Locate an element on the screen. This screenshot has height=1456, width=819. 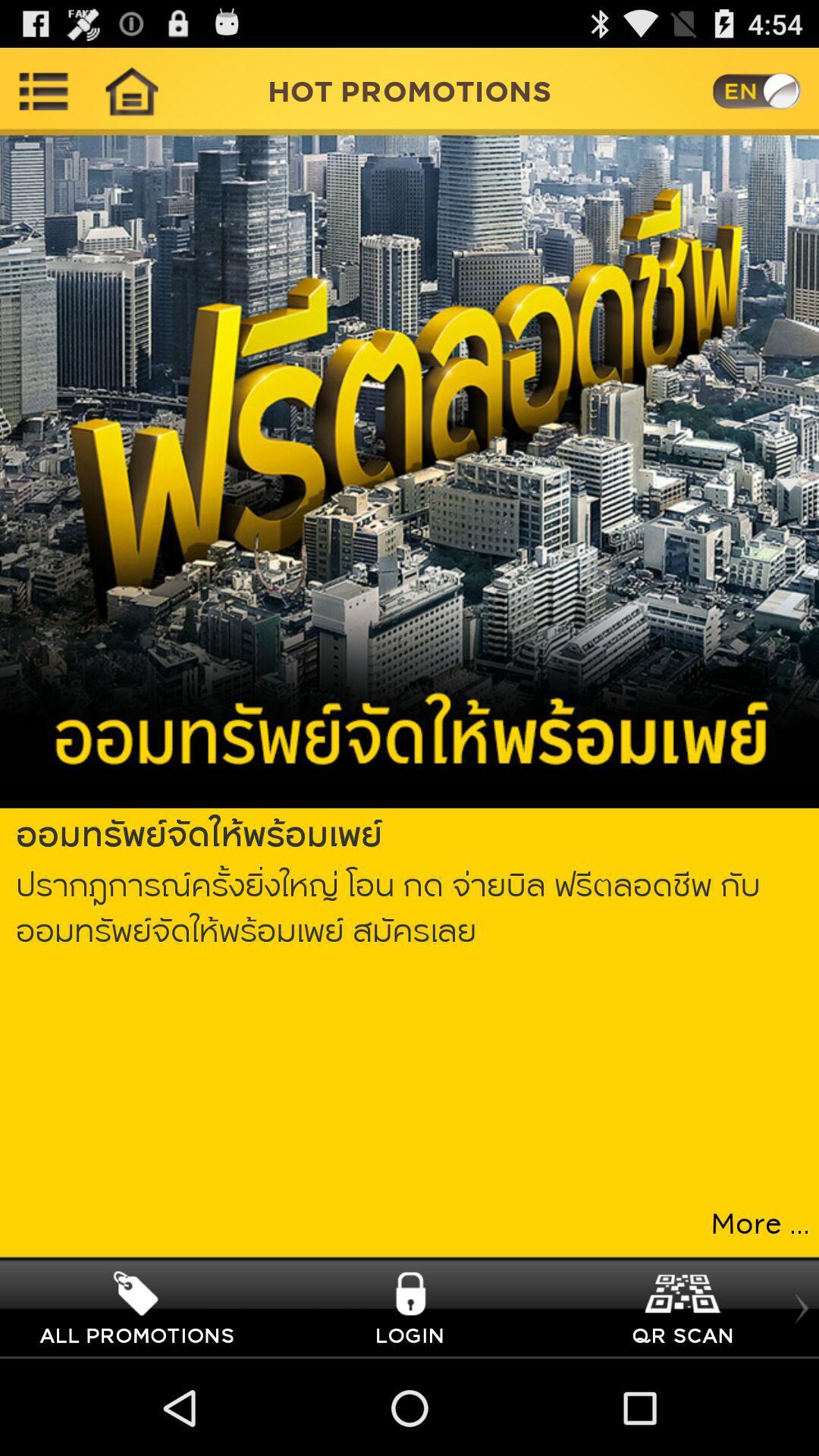
home page icon is located at coordinates (130, 90).